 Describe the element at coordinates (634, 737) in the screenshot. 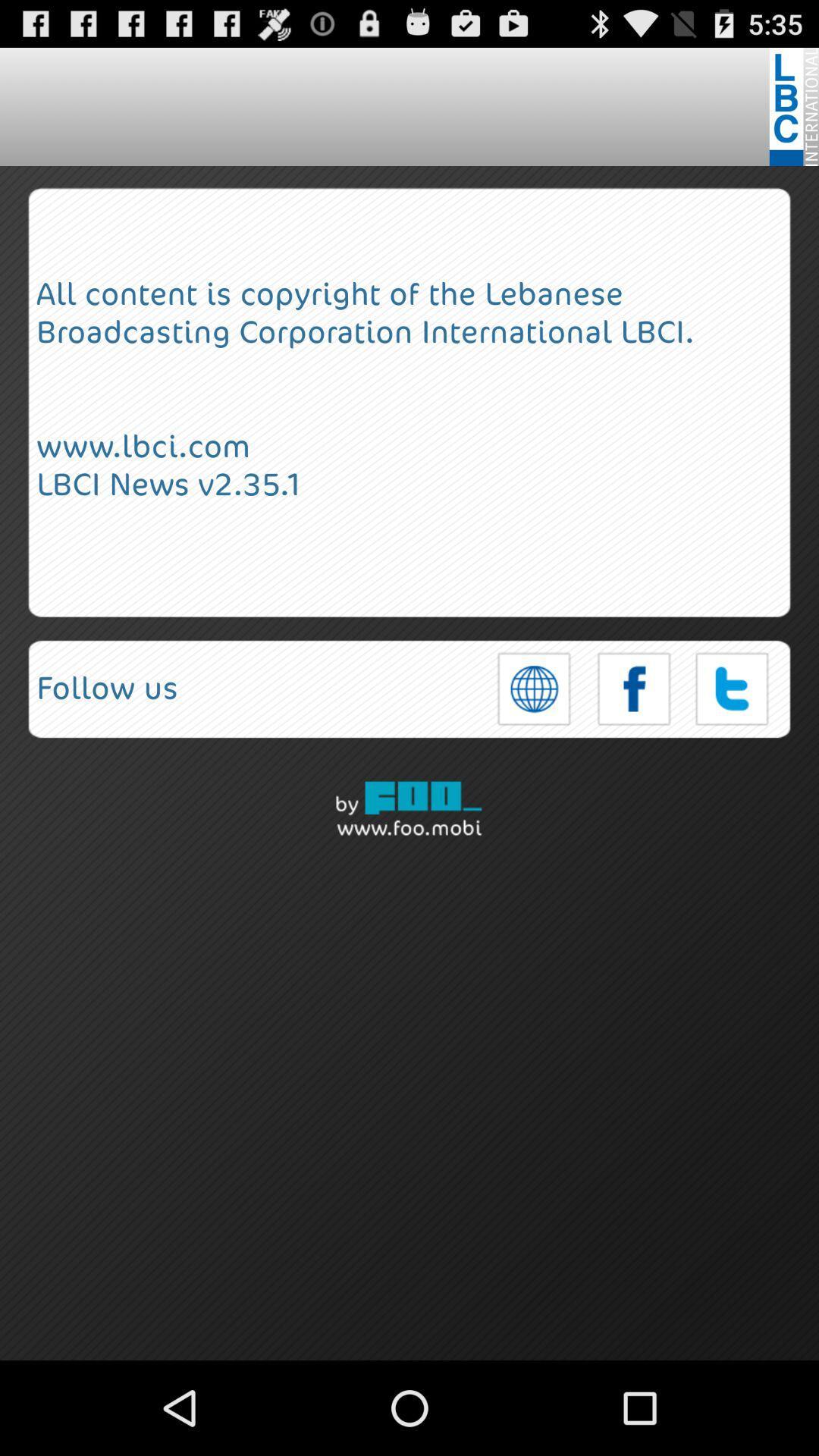

I see `the facebook icon` at that location.